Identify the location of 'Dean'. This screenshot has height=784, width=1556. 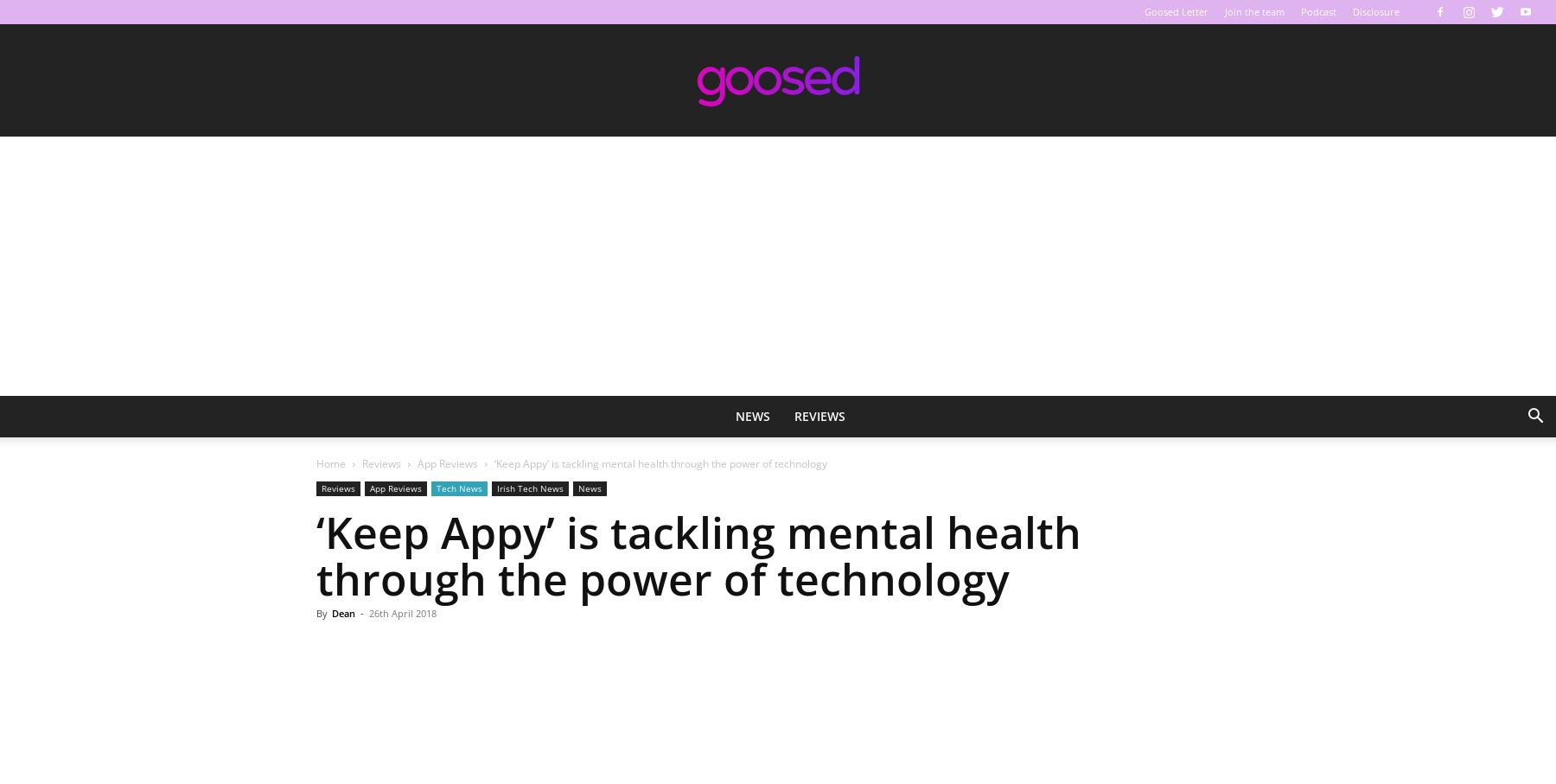
(343, 613).